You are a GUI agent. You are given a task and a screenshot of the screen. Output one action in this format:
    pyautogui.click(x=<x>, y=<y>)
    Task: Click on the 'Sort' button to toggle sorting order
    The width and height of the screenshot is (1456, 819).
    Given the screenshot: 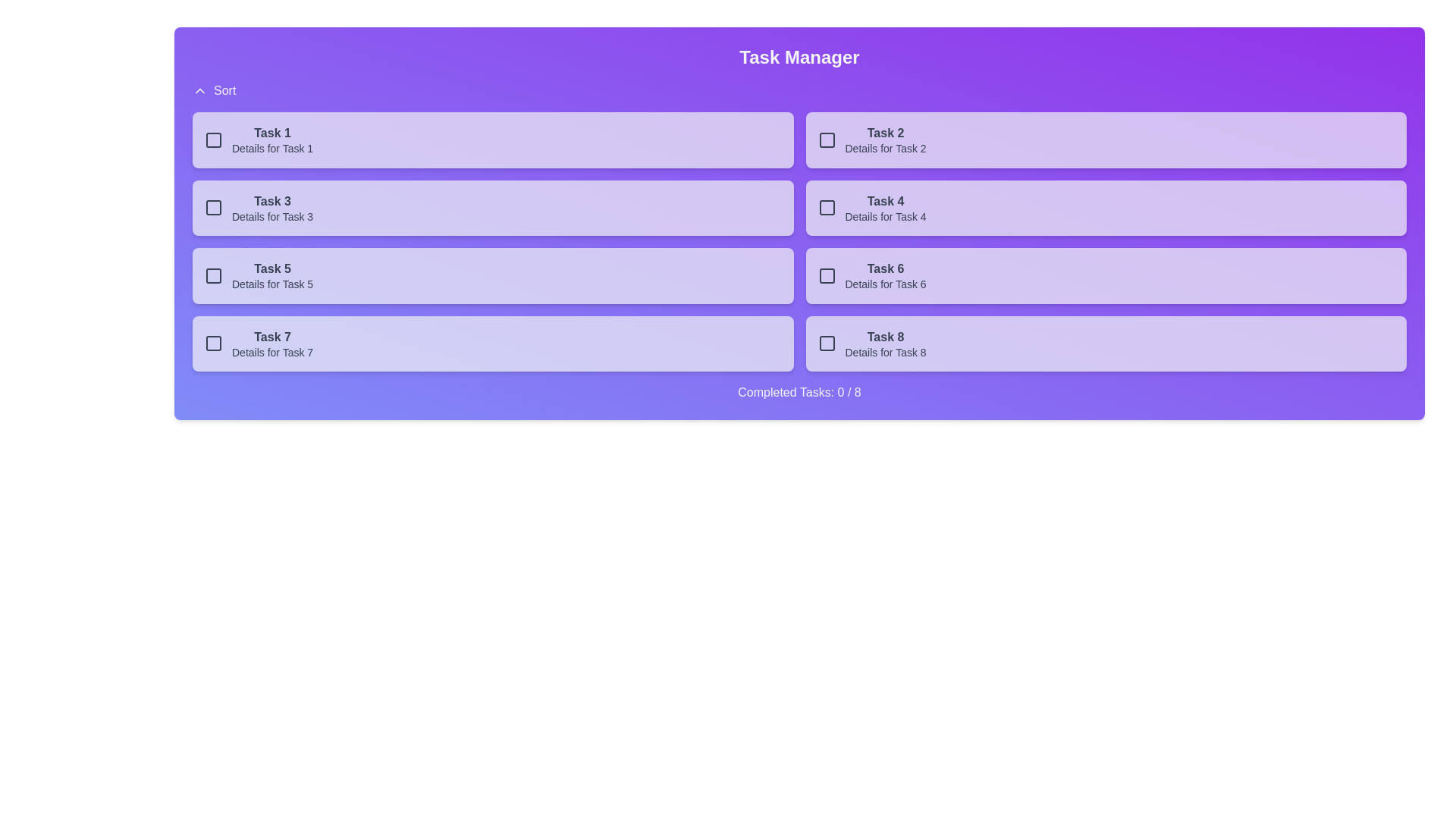 What is the action you would take?
    pyautogui.click(x=213, y=90)
    